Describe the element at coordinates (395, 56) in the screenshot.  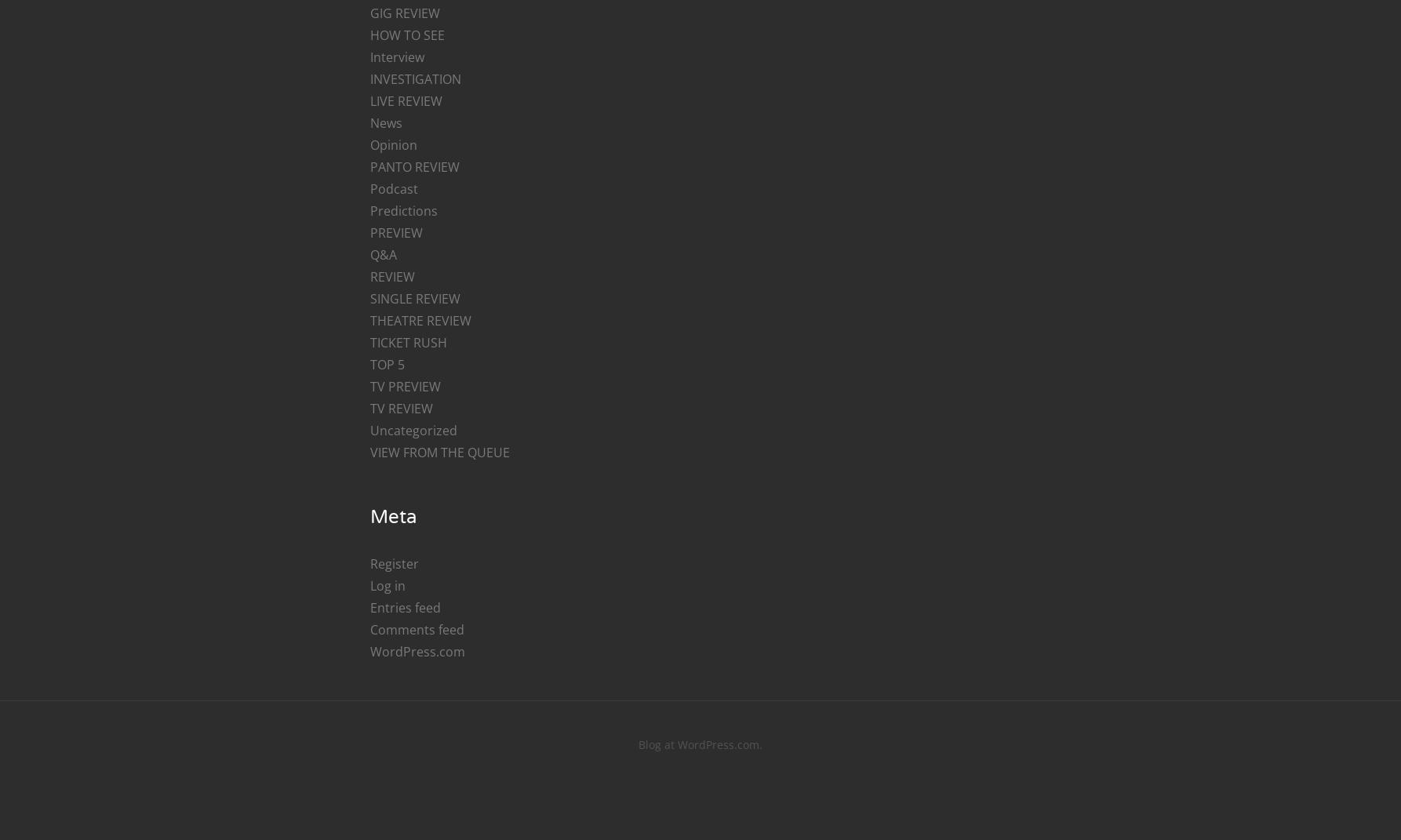
I see `'Interview'` at that location.